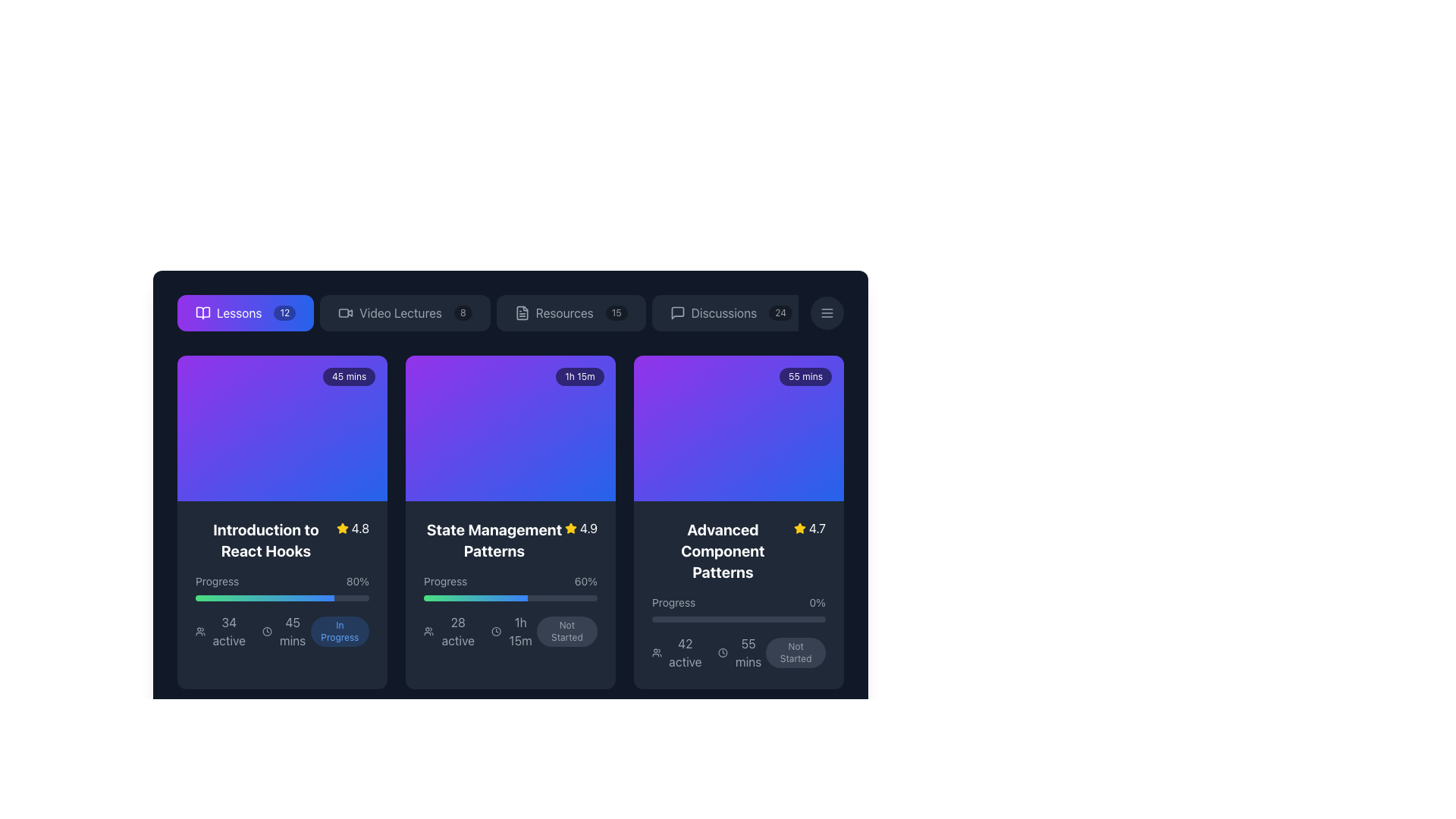 This screenshot has width=1456, height=819. Describe the element at coordinates (221, 632) in the screenshot. I see `information displayed in the text label showing '34 active' with a people icon, located in the bottom-left corner of the 'Introduction to React Hooks' card` at that location.